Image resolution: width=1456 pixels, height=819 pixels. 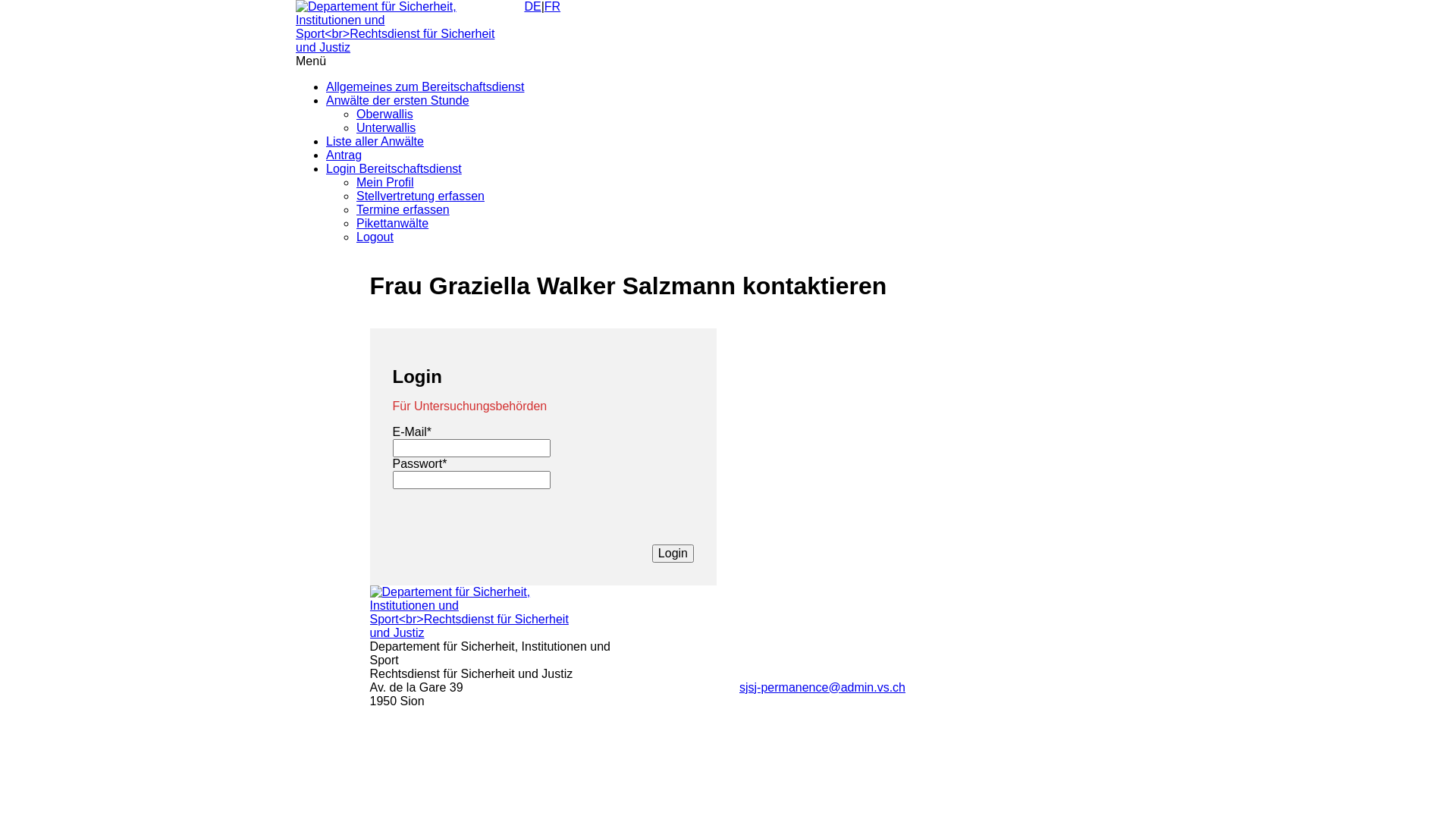 I want to click on 'Login', so click(x=672, y=553).